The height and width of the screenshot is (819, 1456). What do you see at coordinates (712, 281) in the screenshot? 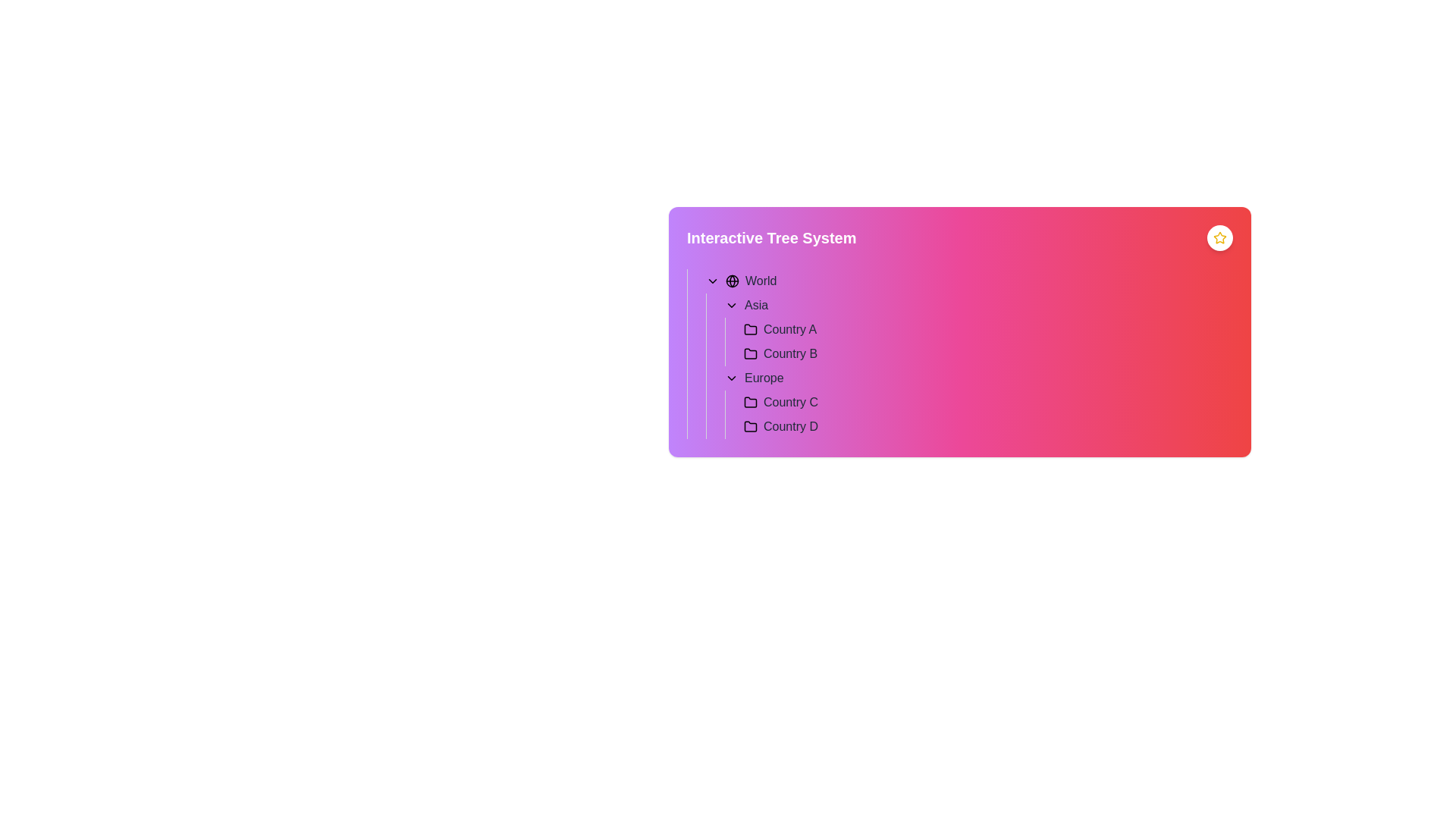
I see `the Chevron Icon (SVG Element)` at bounding box center [712, 281].